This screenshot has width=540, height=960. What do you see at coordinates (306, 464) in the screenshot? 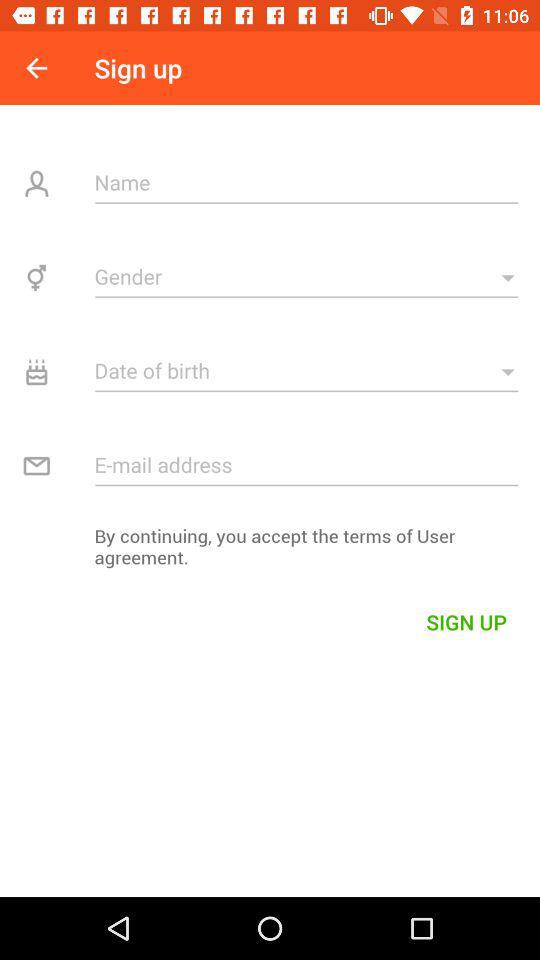
I see `email address` at bounding box center [306, 464].